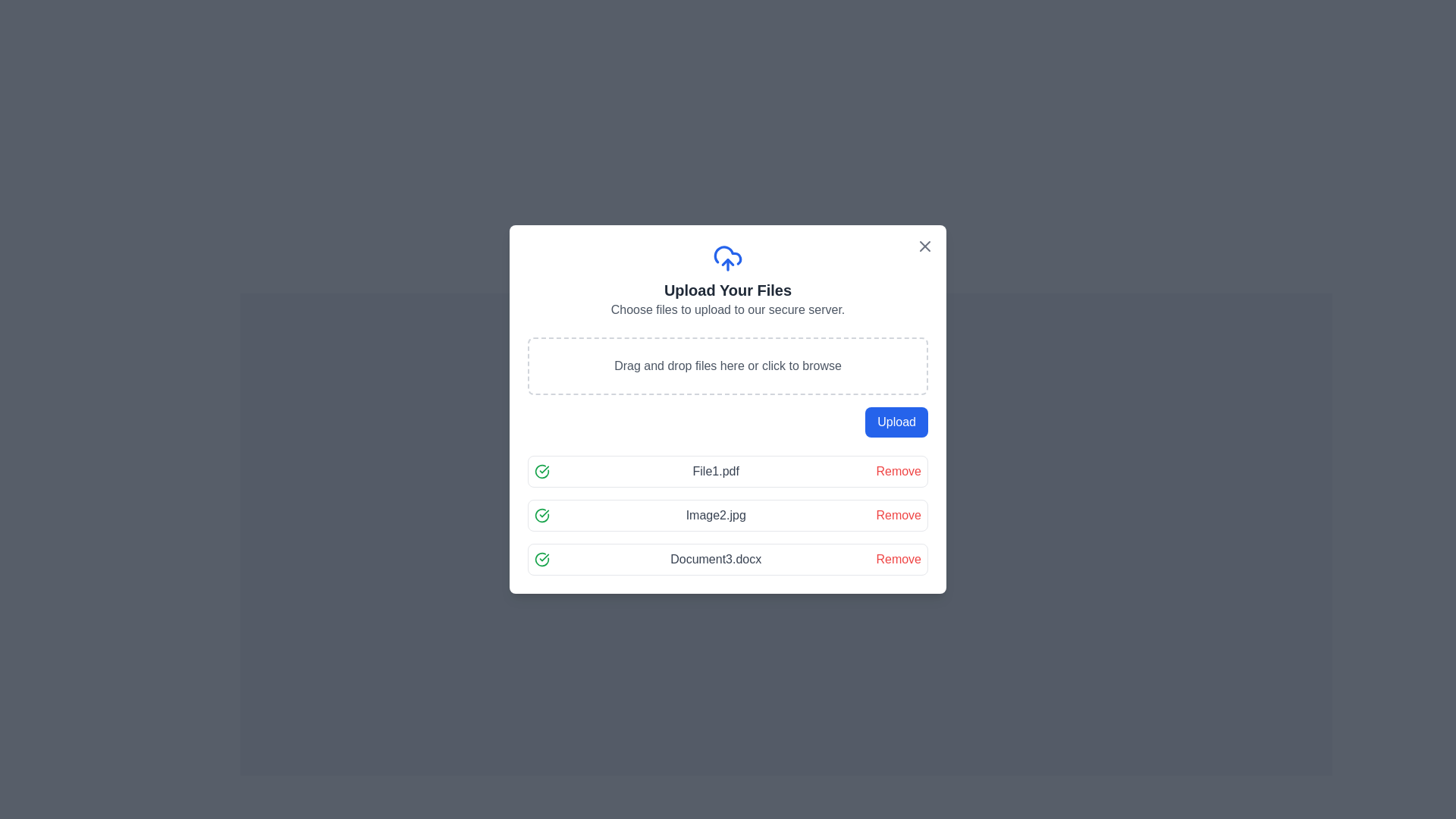 Image resolution: width=1456 pixels, height=819 pixels. Describe the element at coordinates (924, 245) in the screenshot. I see `the small square button with an 'X' icon in the top-right corner of the 'Upload Your Files' modal` at that location.